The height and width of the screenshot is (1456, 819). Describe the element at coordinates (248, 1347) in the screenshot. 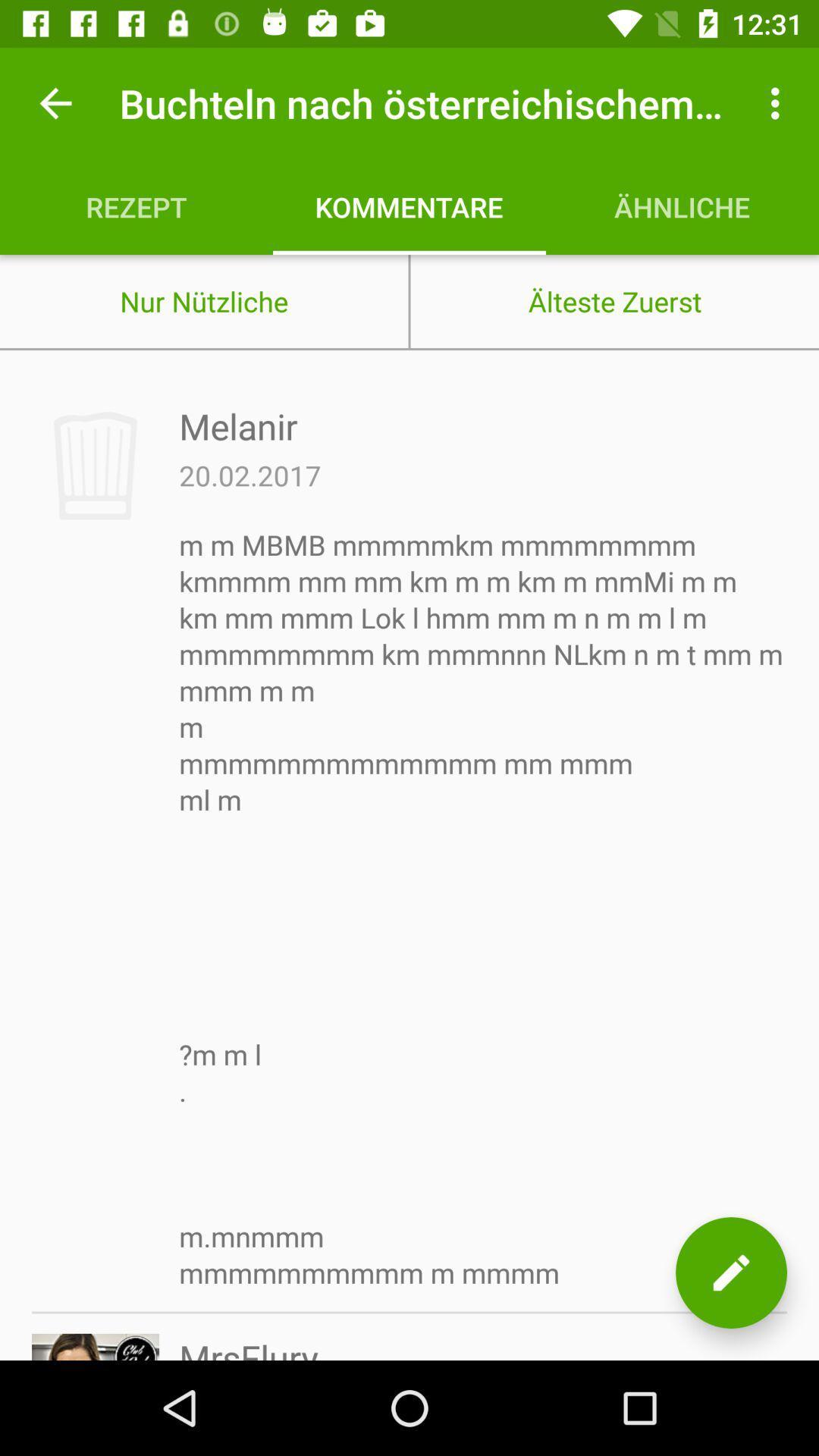

I see `icon below m m mbmb icon` at that location.